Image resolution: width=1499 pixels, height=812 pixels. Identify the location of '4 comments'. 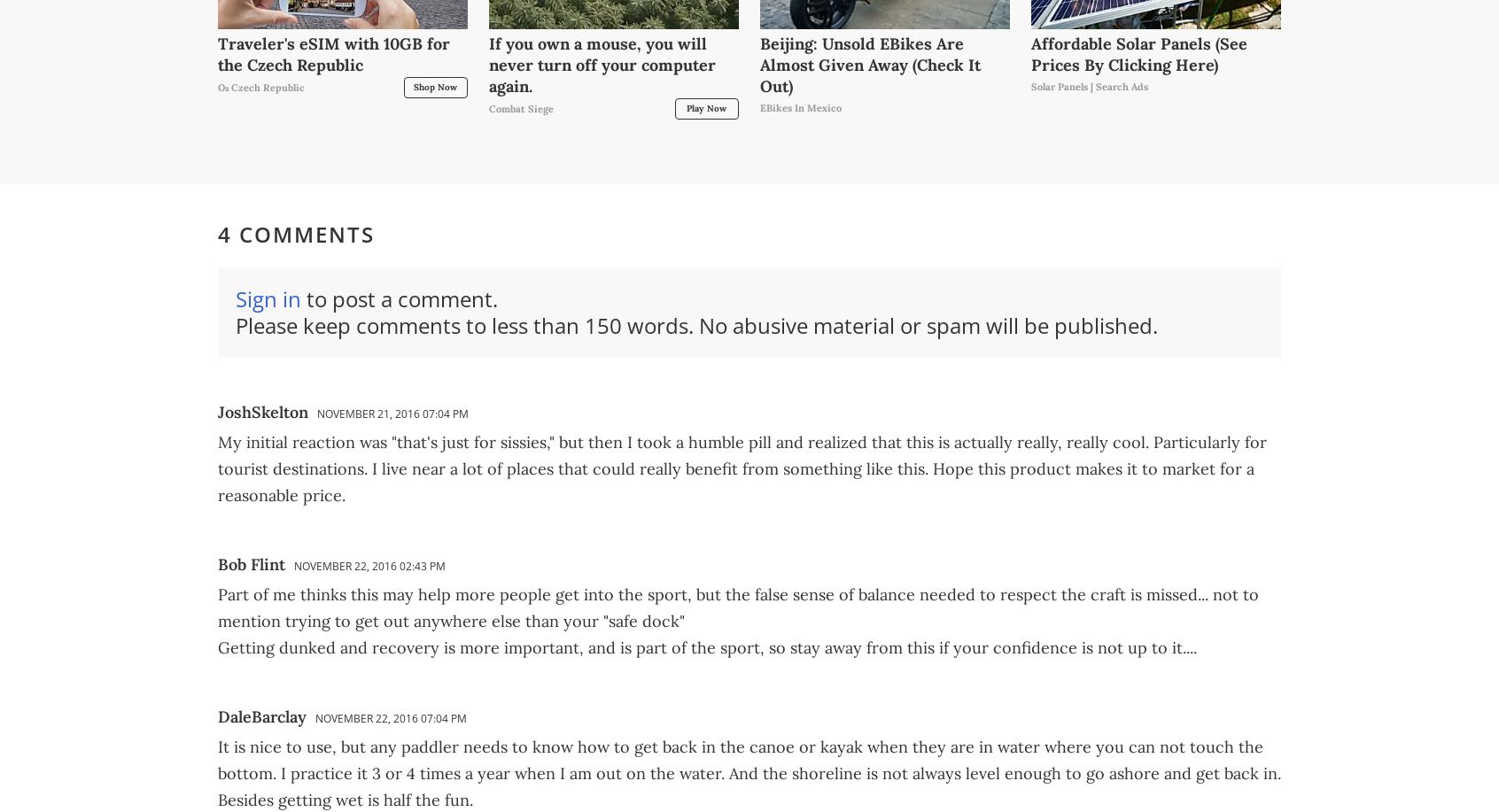
(295, 234).